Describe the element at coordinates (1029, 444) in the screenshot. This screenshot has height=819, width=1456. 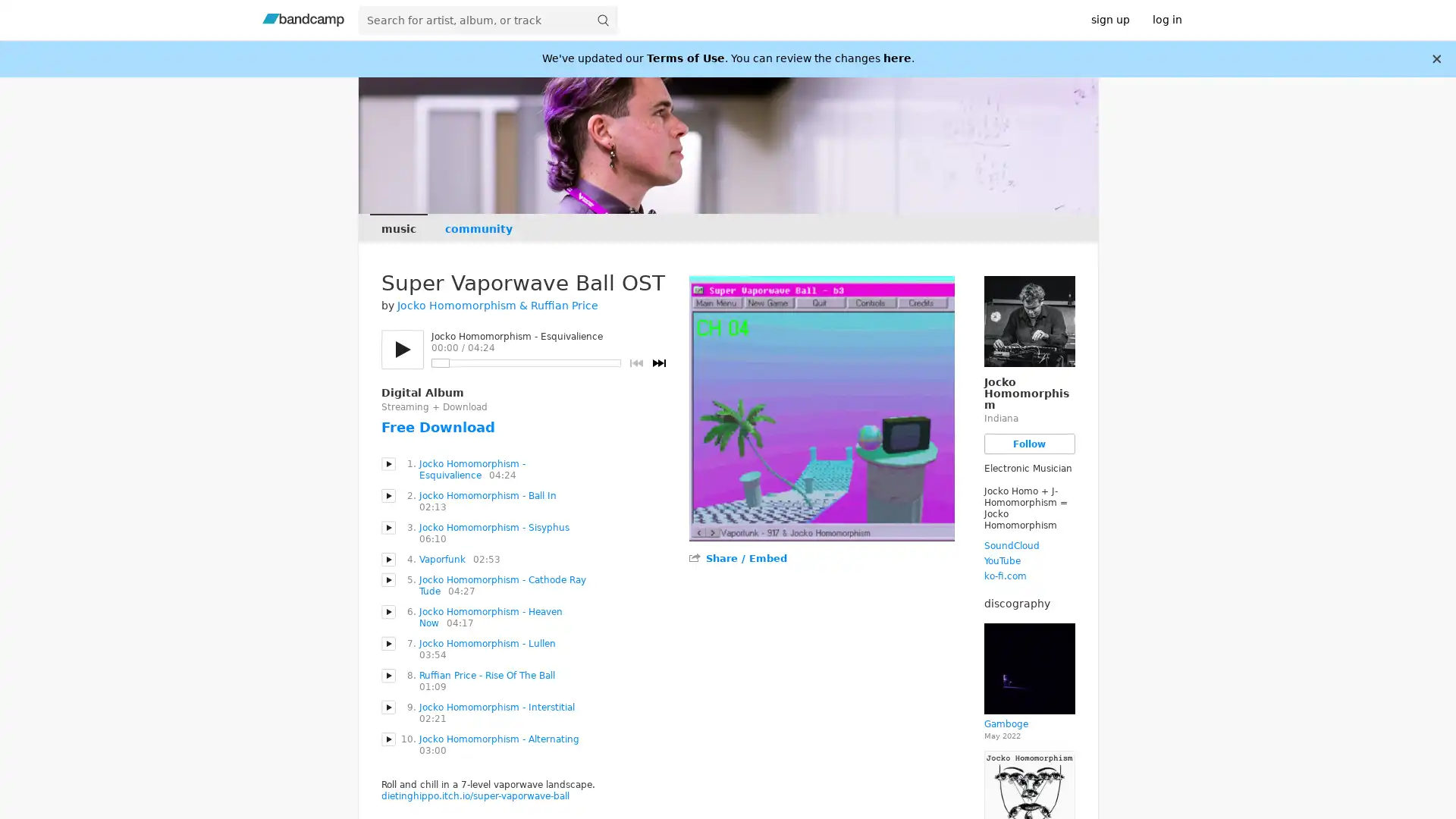
I see `Follow` at that location.